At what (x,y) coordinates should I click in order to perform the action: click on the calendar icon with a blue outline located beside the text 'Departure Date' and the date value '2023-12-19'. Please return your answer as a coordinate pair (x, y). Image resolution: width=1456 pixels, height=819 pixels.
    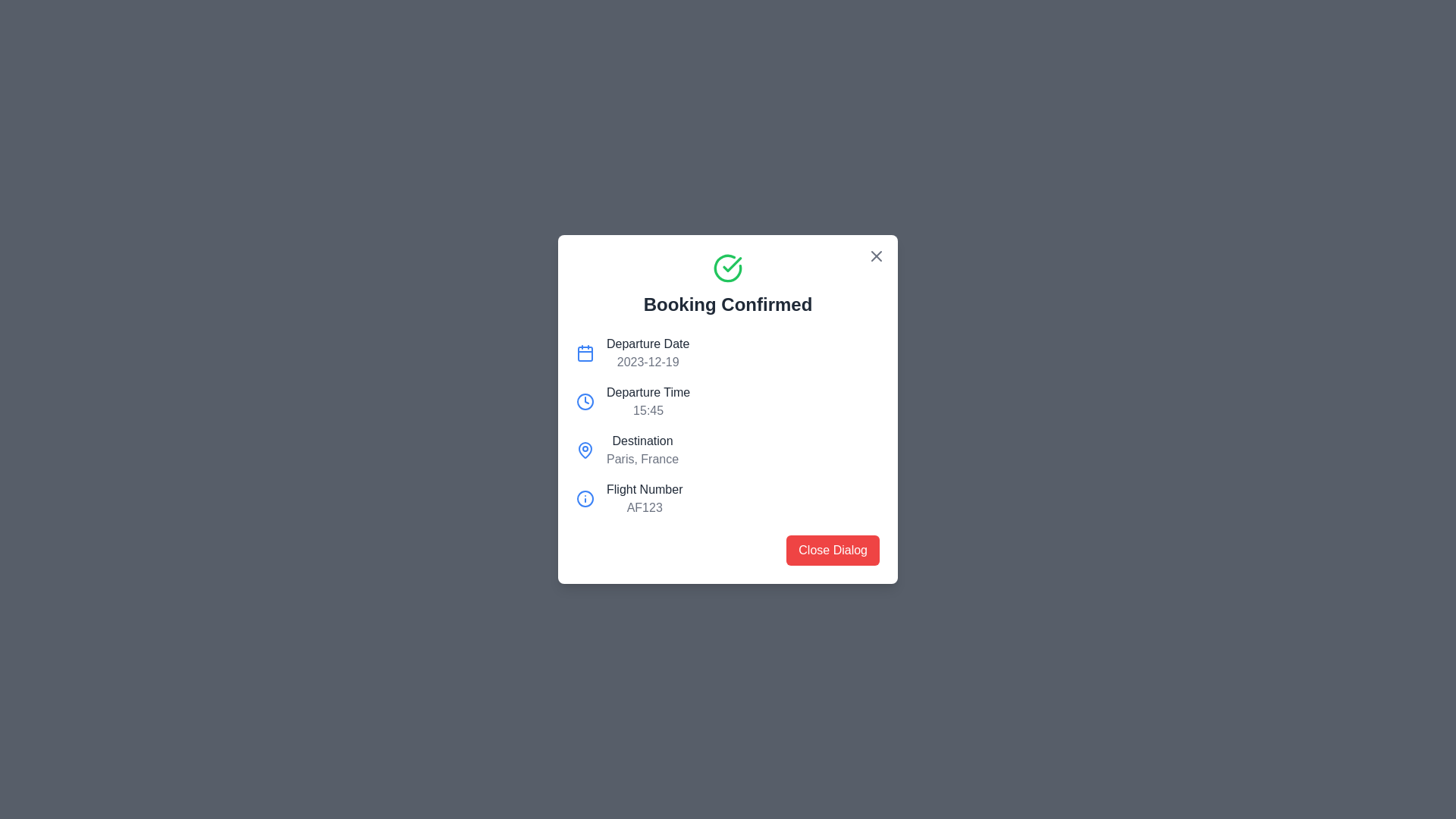
    Looking at the image, I should click on (585, 353).